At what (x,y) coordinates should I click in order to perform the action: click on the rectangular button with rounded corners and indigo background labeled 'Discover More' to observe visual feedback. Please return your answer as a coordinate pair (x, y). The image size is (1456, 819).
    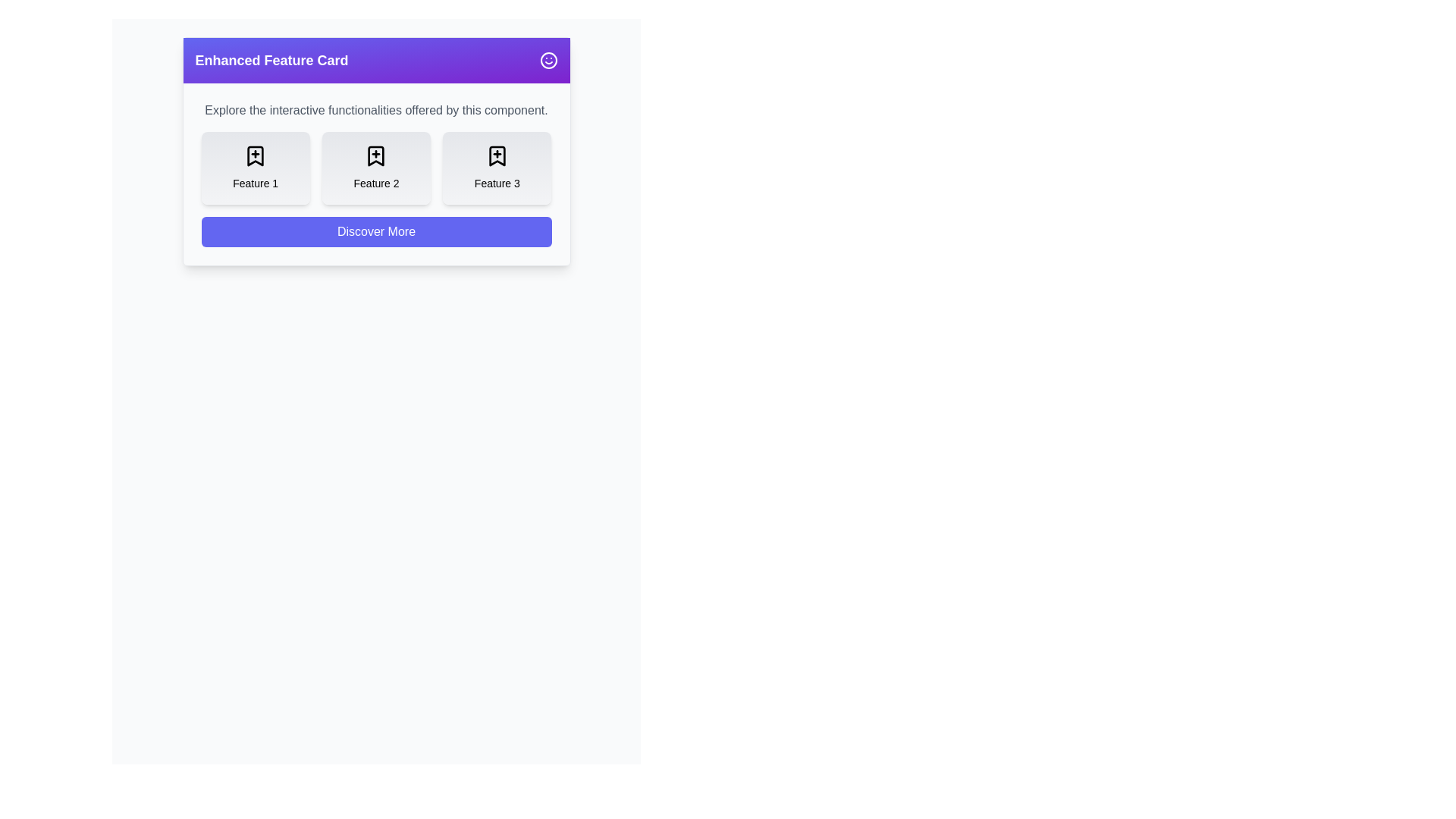
    Looking at the image, I should click on (376, 231).